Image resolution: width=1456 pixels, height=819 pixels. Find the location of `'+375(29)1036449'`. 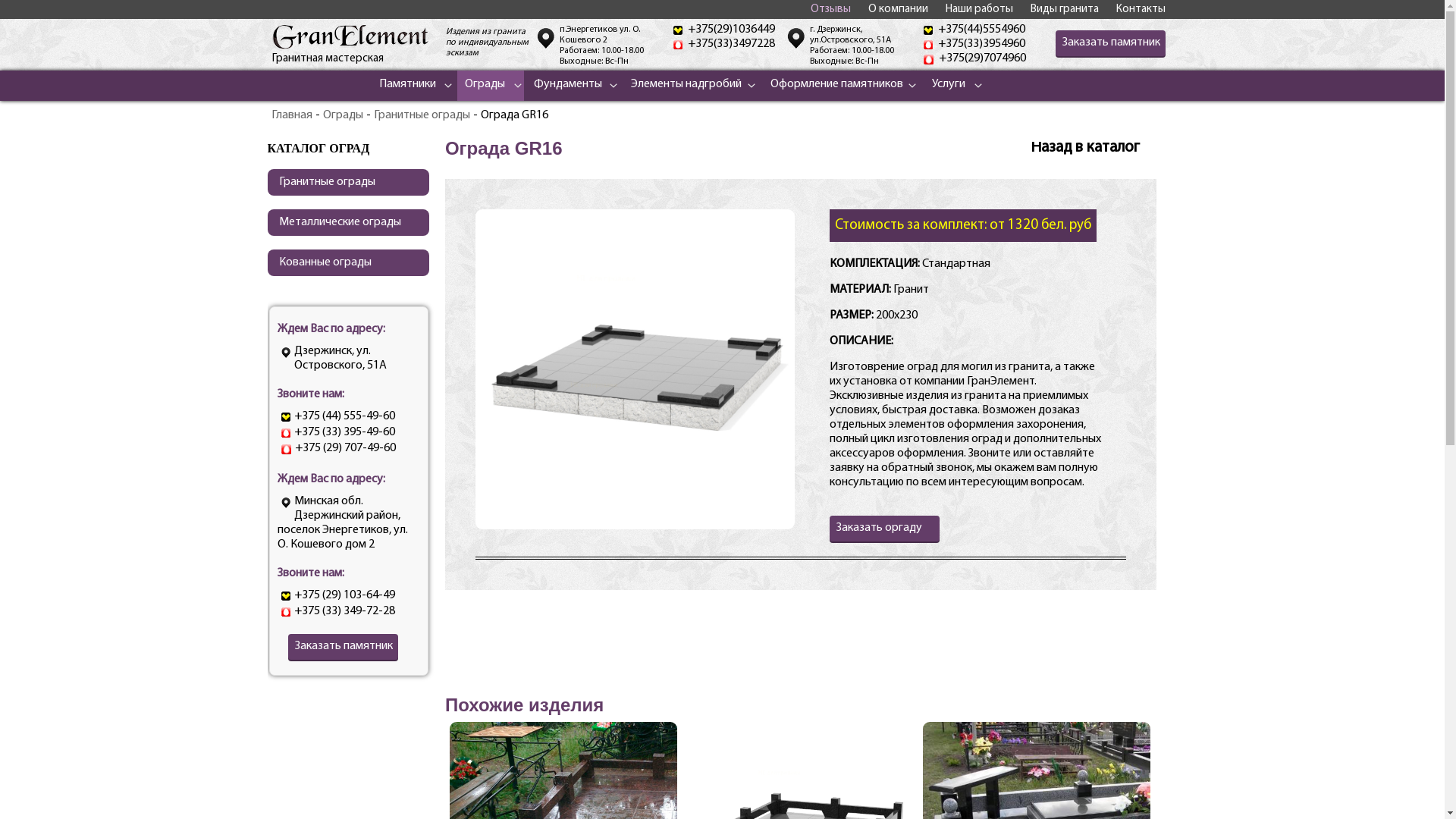

'+375(29)1036449' is located at coordinates (730, 29).